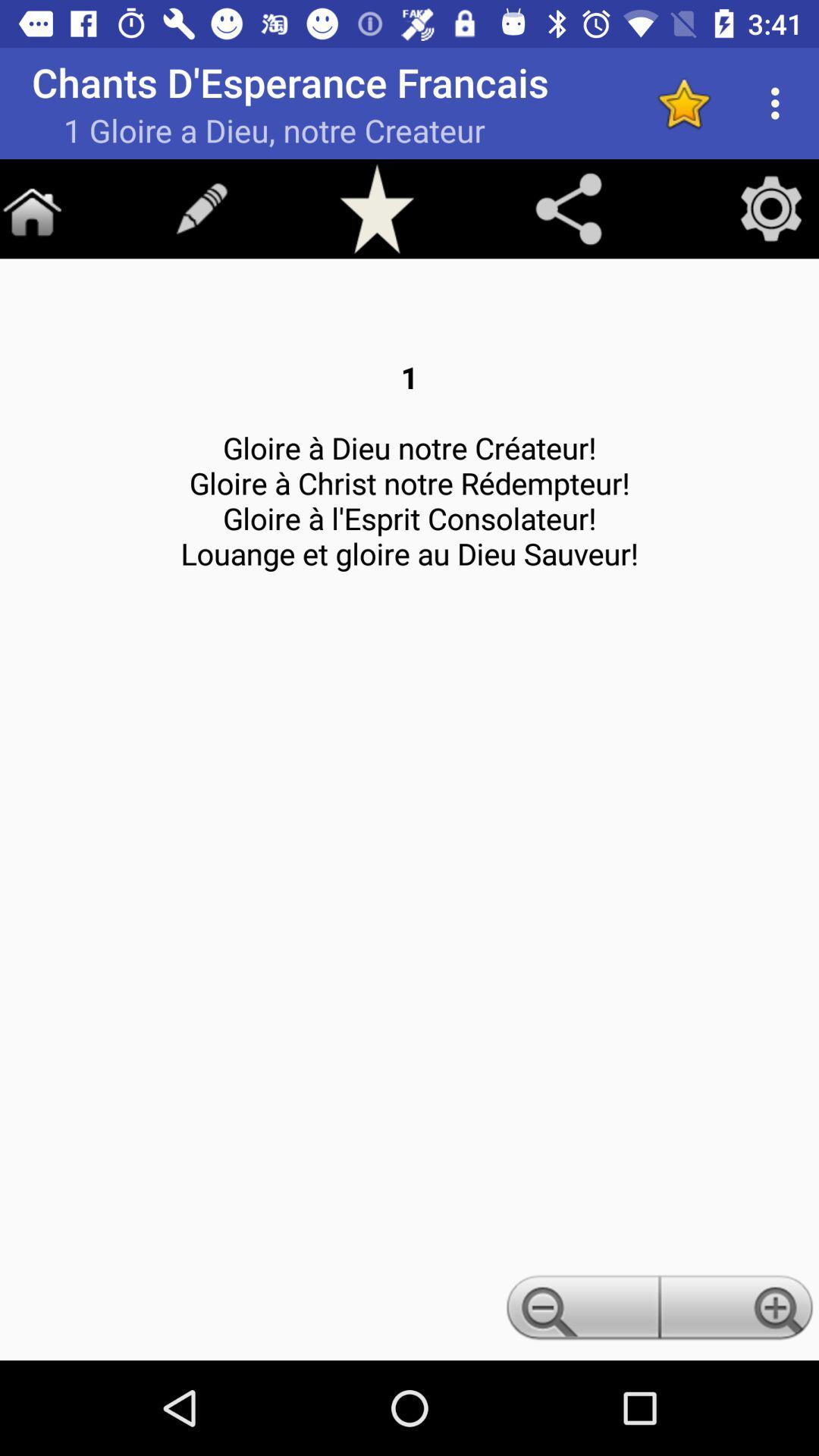 This screenshot has height=1456, width=819. Describe the element at coordinates (201, 208) in the screenshot. I see `new button` at that location.